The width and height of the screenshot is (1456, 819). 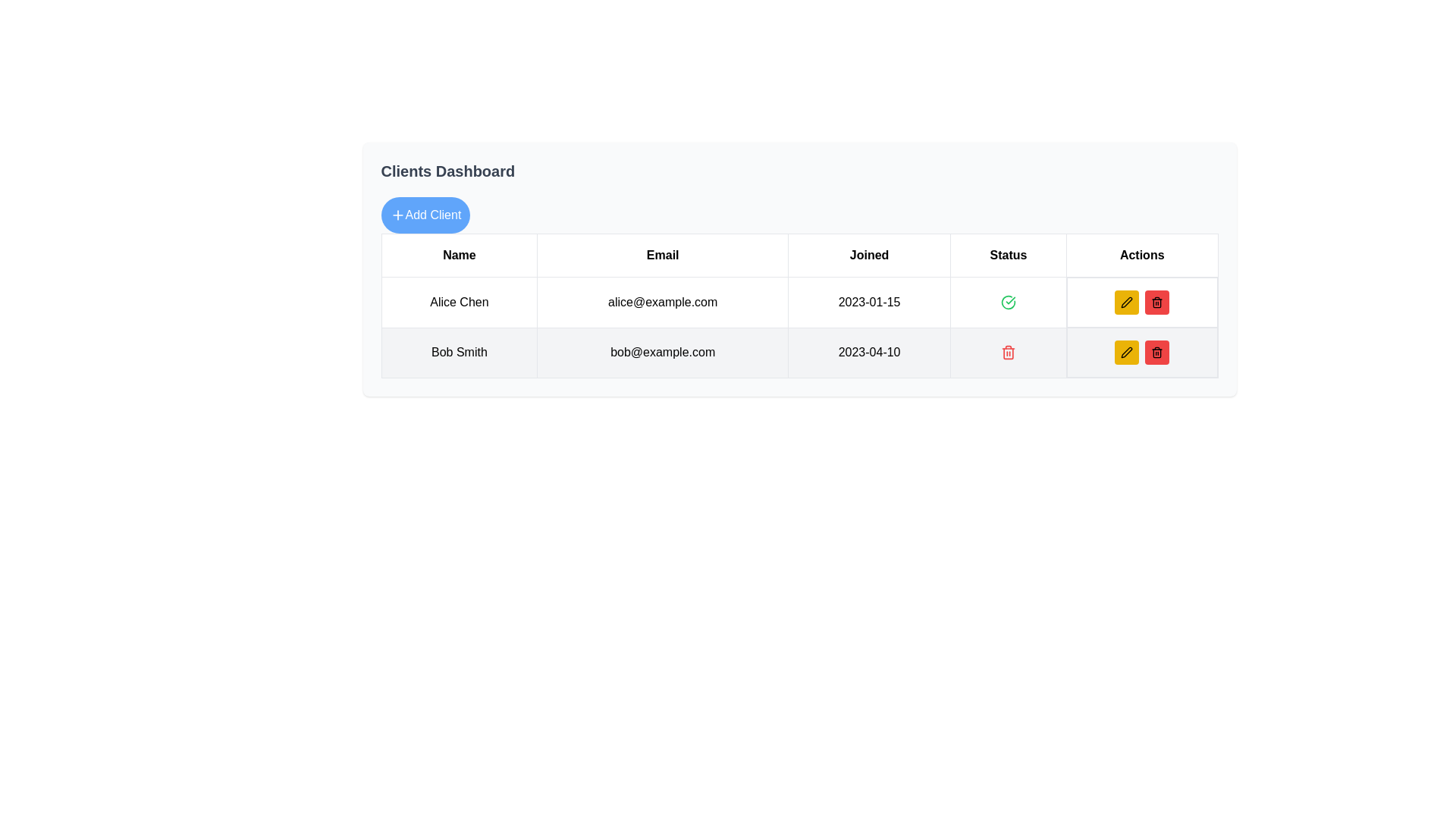 What do you see at coordinates (1127, 353) in the screenshot?
I see `the yellow edit button with a pen icon located in the 'Actions' column of the second row in the table to initiate the editing process` at bounding box center [1127, 353].